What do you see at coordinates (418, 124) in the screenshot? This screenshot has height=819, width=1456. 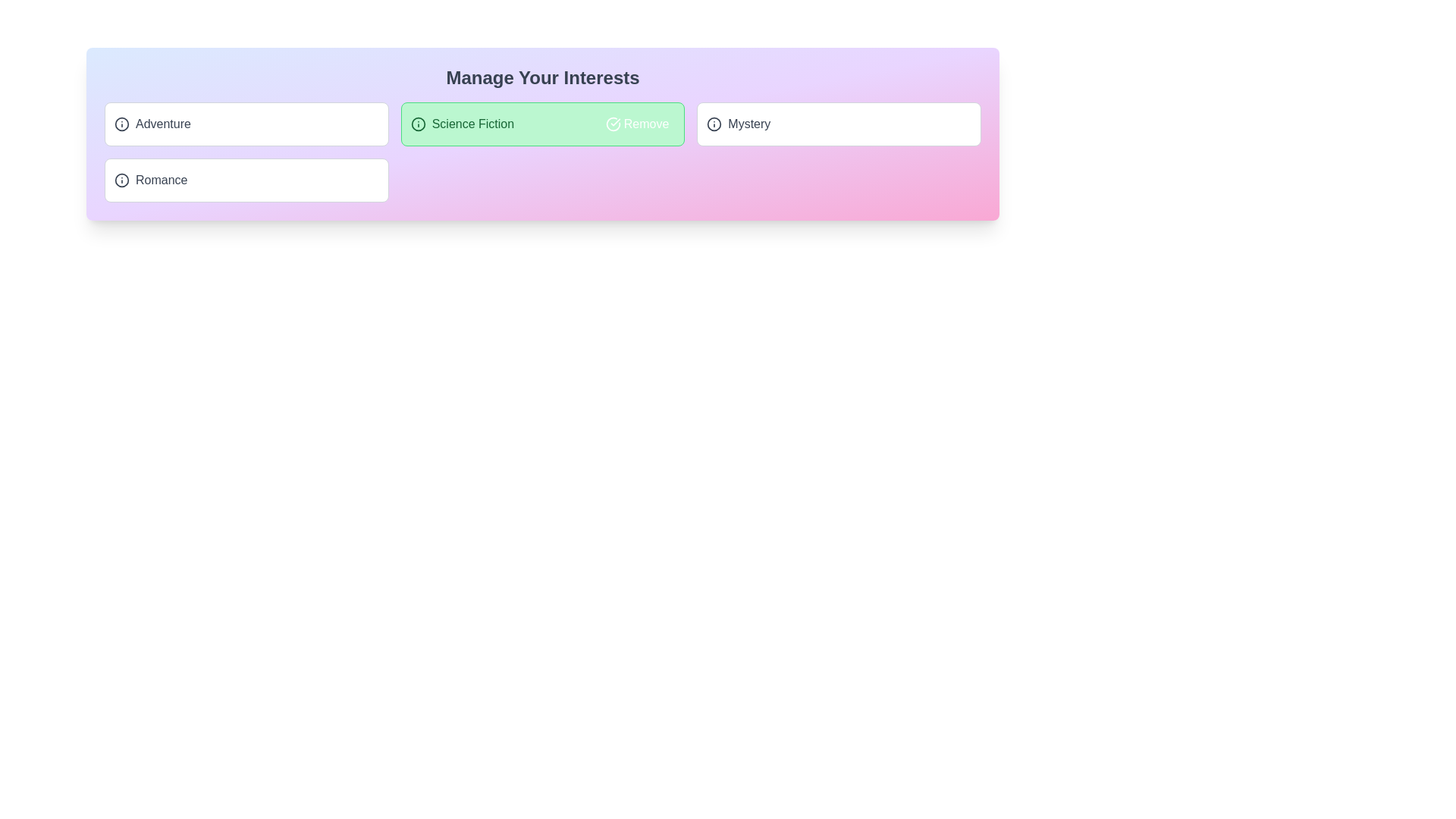 I see `the information icon for the tag 'Science Fiction' to read its description` at bounding box center [418, 124].